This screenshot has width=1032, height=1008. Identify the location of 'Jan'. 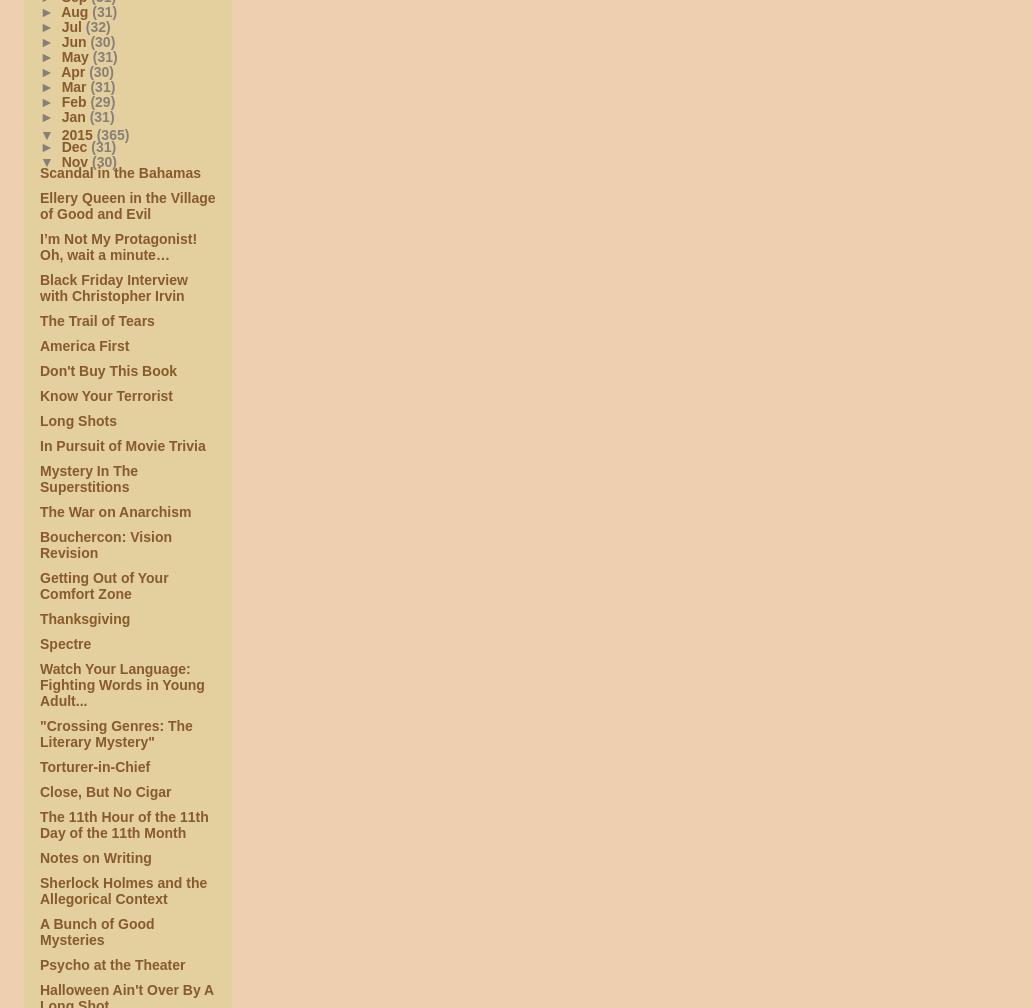
(60, 116).